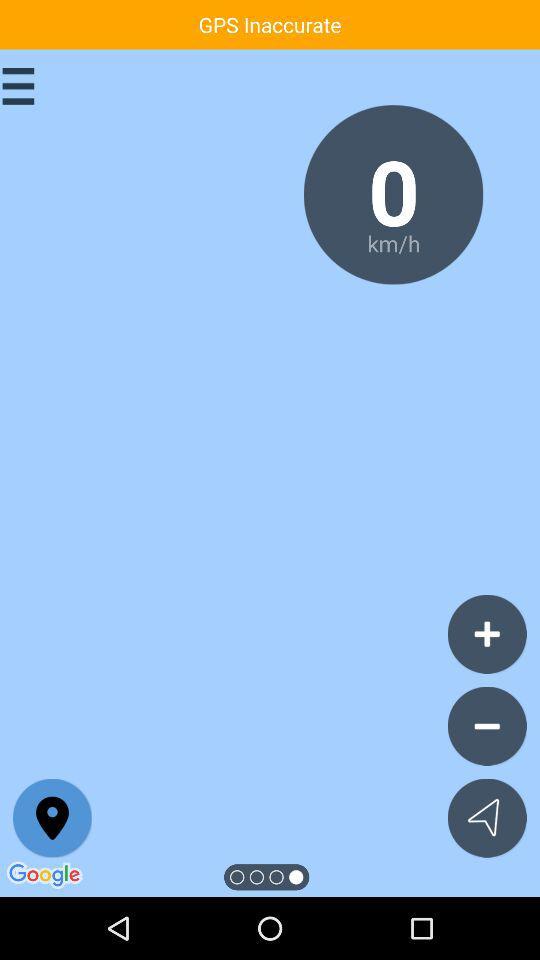 This screenshot has width=540, height=960. I want to click on the add icon, so click(486, 633).